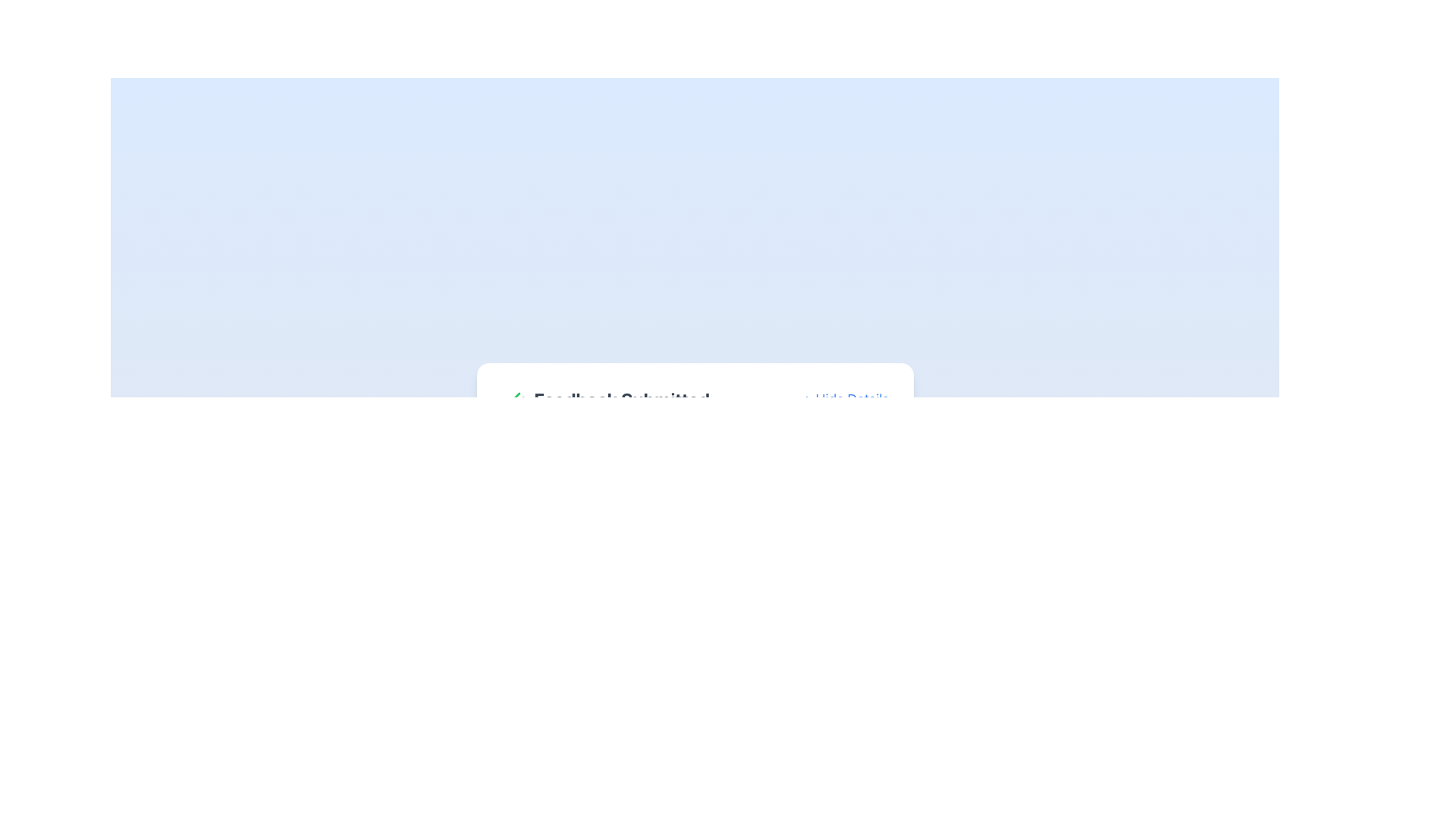 The width and height of the screenshot is (1456, 819). Describe the element at coordinates (622, 398) in the screenshot. I see `the text label indicating successful user feedback submission, positioned to the right of a green checkmark icon` at that location.